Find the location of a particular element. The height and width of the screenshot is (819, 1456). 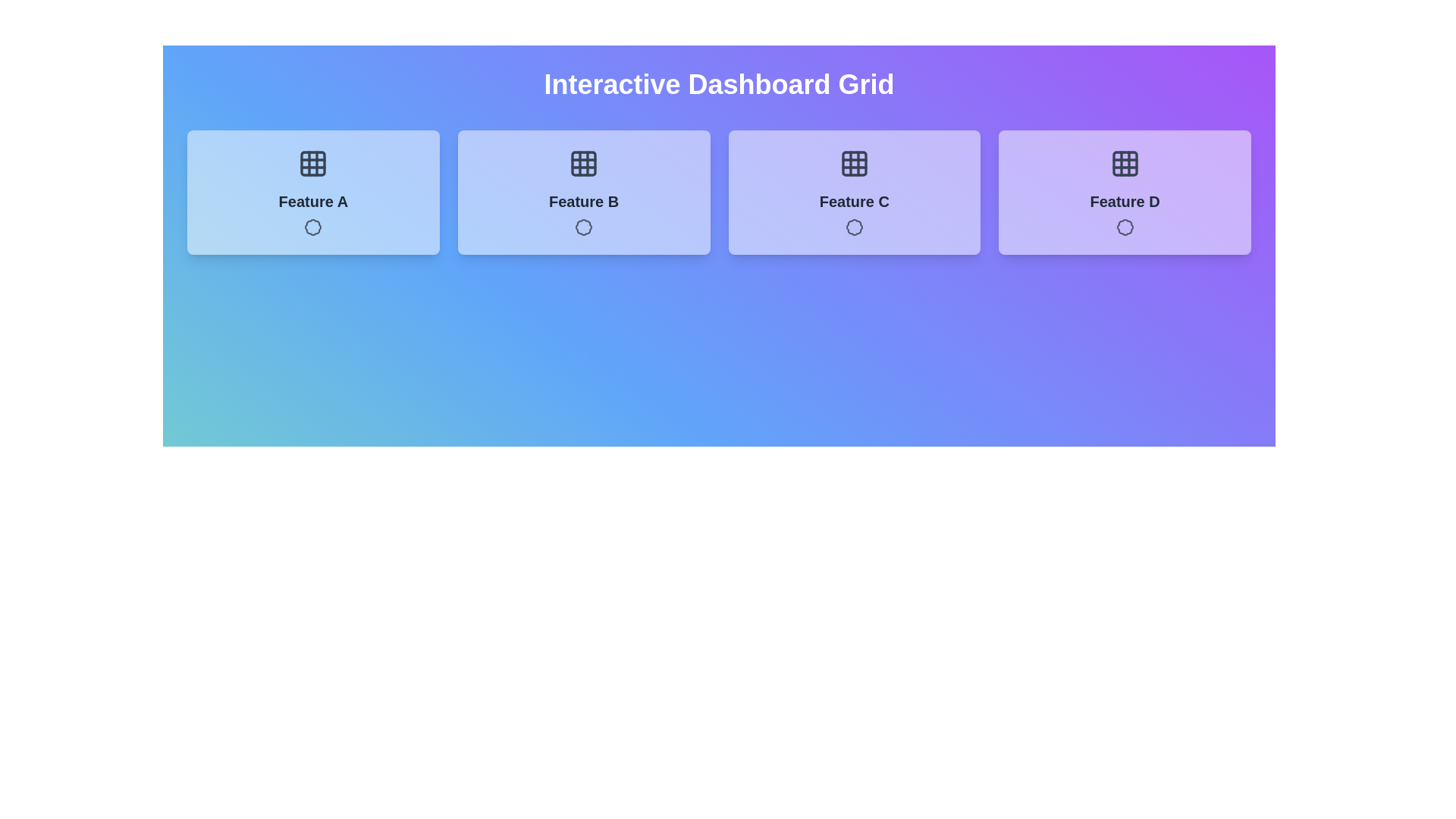

the decorative icon located in the 'Feature D' card, positioned centrally below the 'Feature D' label is located at coordinates (1125, 227).